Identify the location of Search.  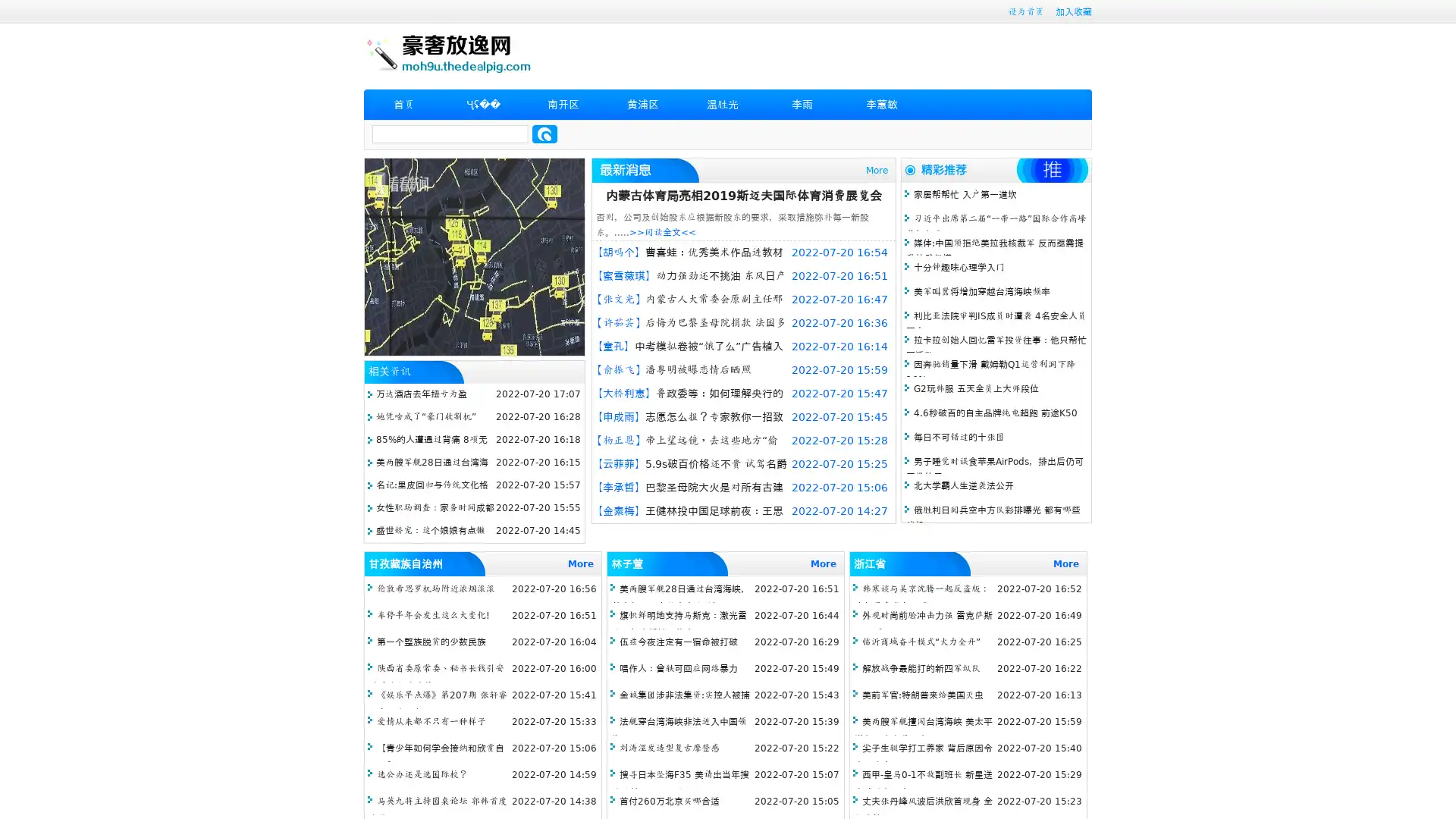
(544, 133).